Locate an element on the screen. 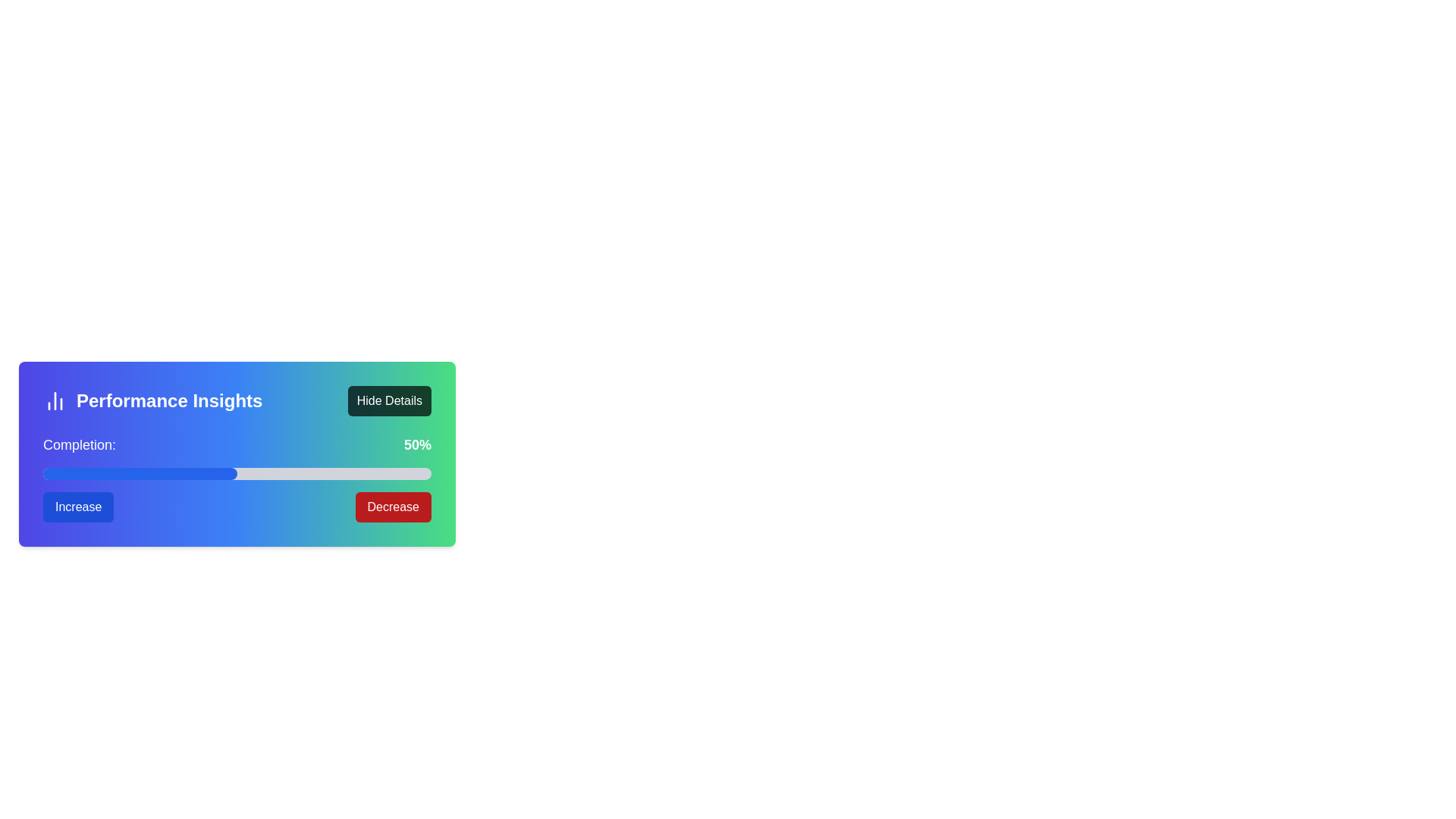 The width and height of the screenshot is (1456, 819). text content of the 'Hide Details' text label, which is styled with white text on a black background and located in the top-right section of a card-like interface is located at coordinates (389, 400).